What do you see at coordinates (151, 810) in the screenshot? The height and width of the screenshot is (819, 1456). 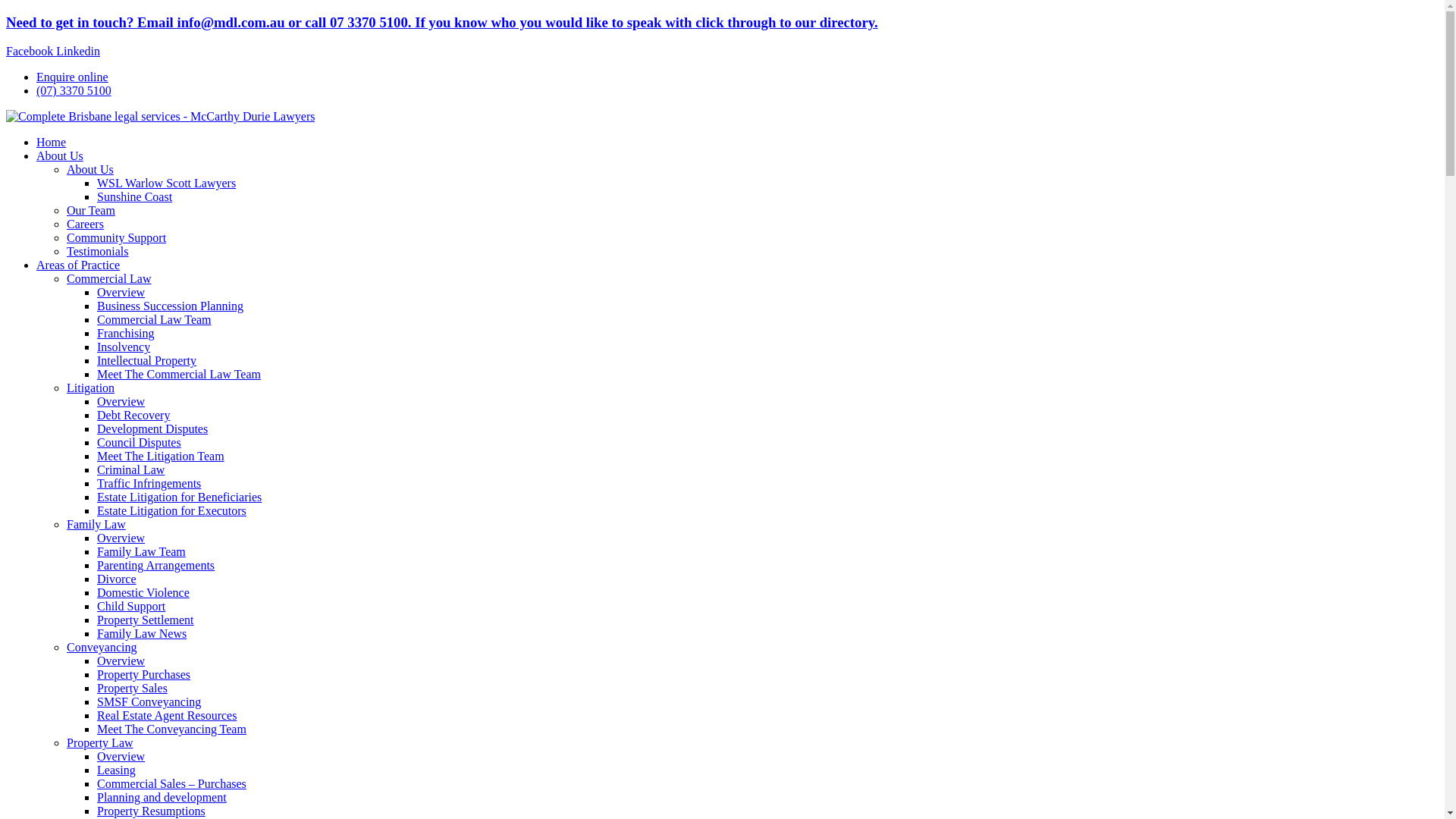 I see `'Property Resumptions'` at bounding box center [151, 810].